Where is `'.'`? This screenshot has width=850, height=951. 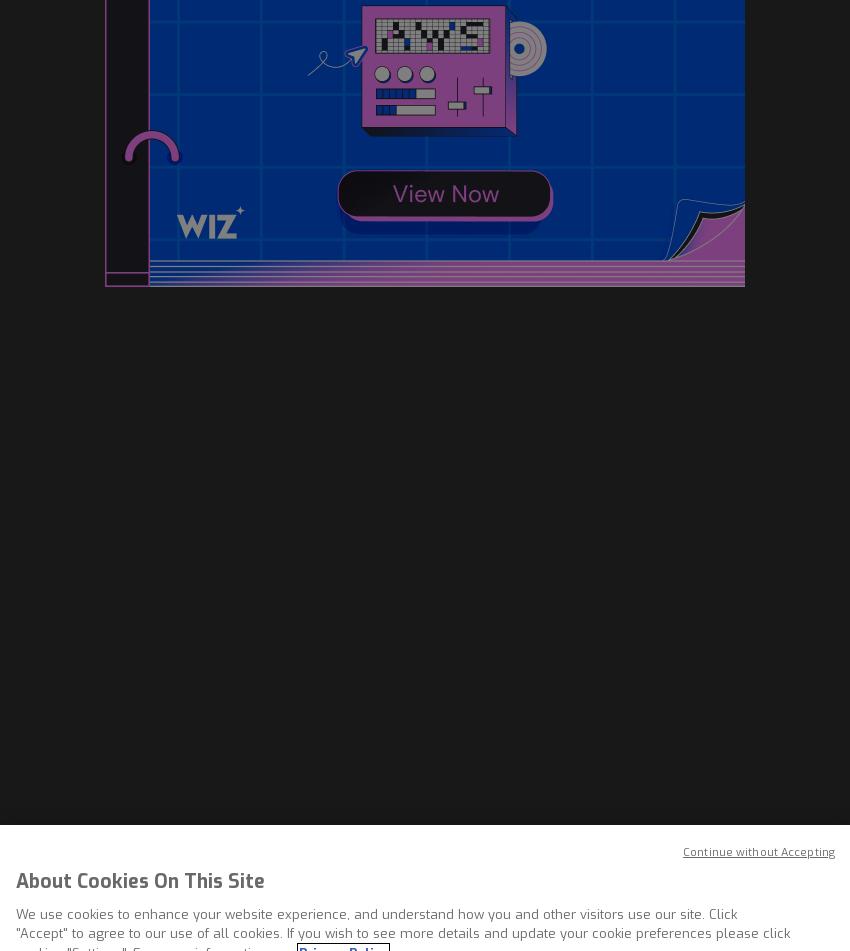 '.' is located at coordinates (413, 685).